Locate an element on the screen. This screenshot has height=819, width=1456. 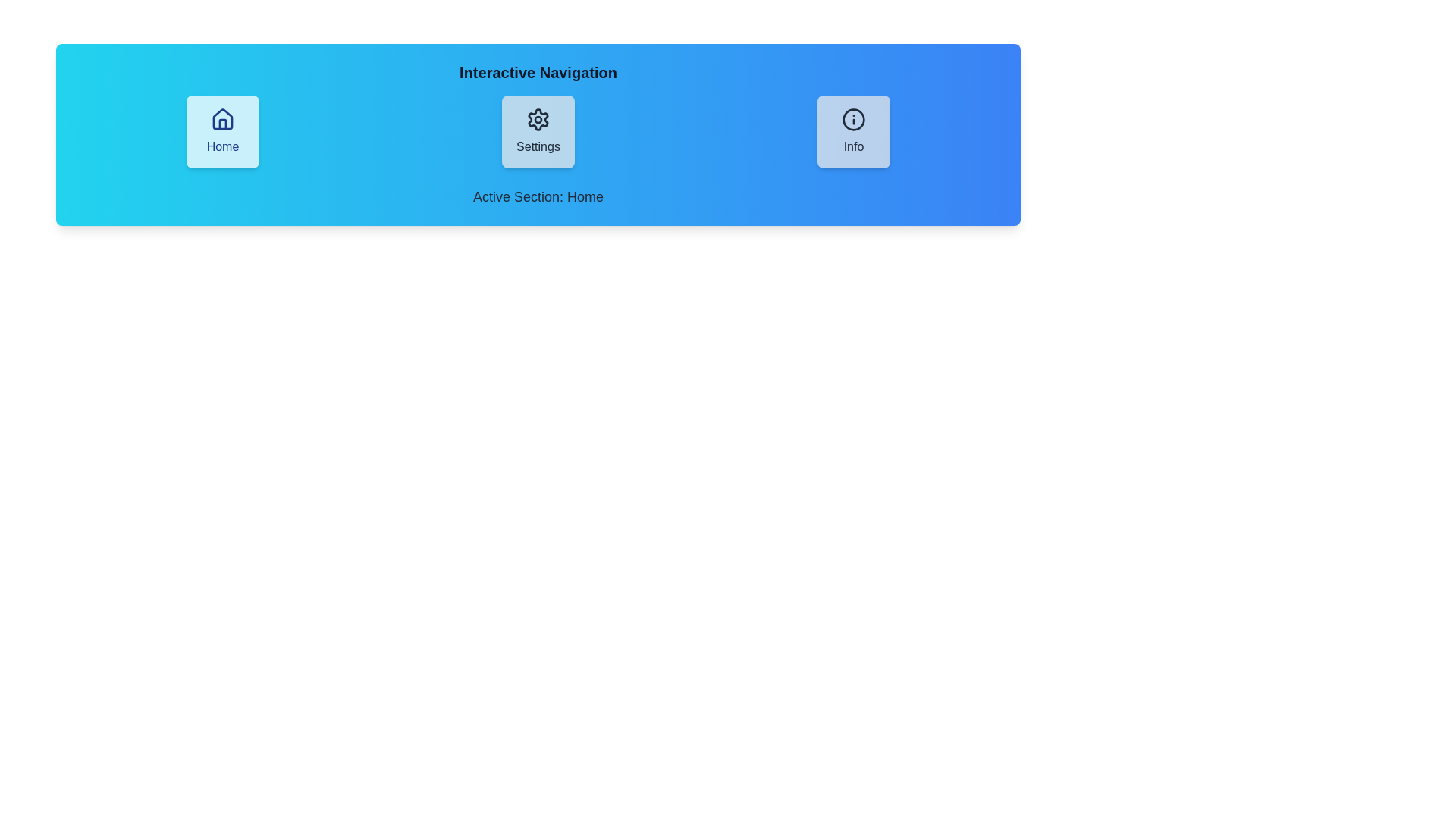
the Home button to navigate to the corresponding view is located at coordinates (221, 130).